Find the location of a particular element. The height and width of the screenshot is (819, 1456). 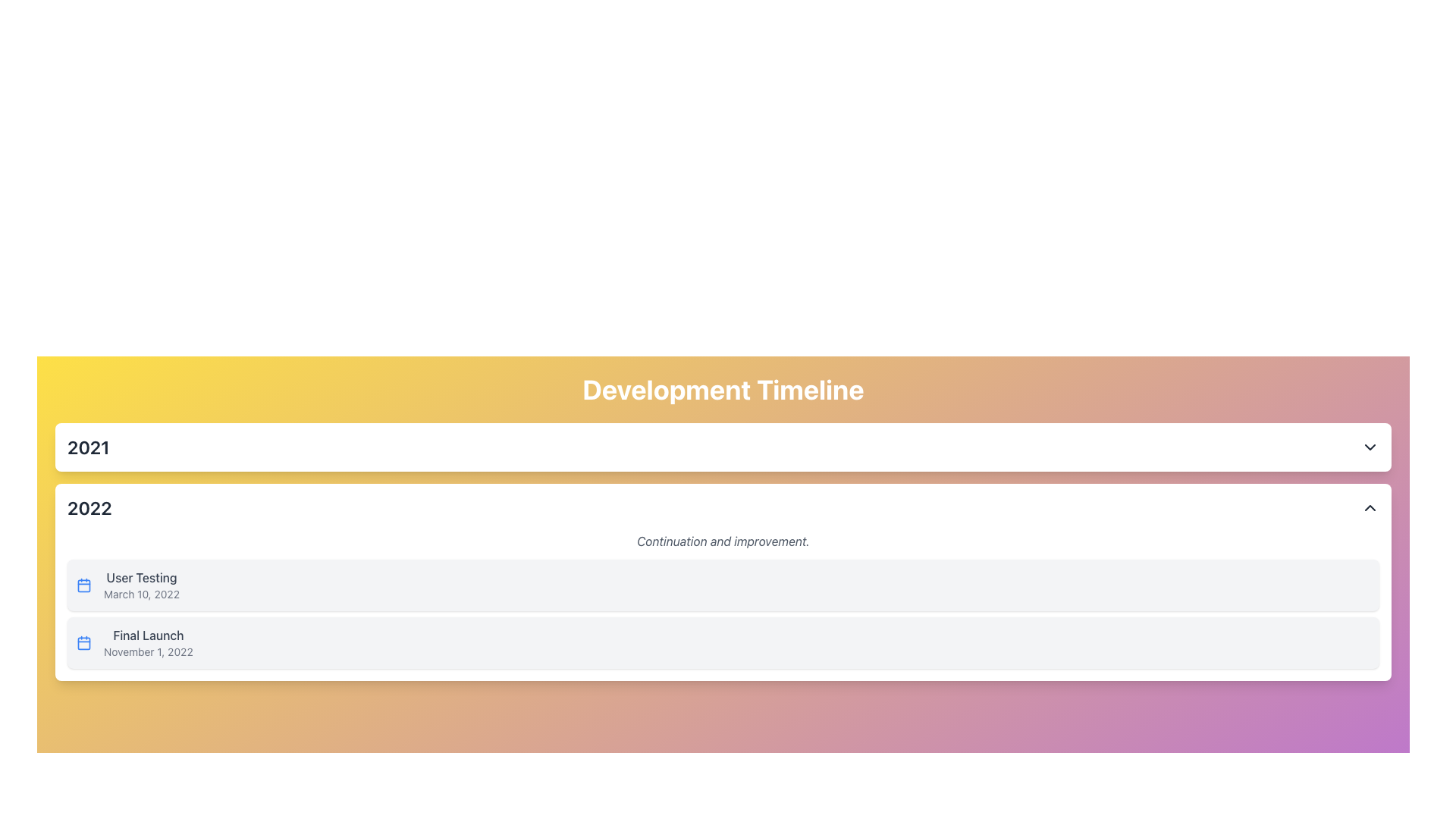

the dropdown menu trigger located below the 'Development Timeline' title, which allows users is located at coordinates (723, 447).